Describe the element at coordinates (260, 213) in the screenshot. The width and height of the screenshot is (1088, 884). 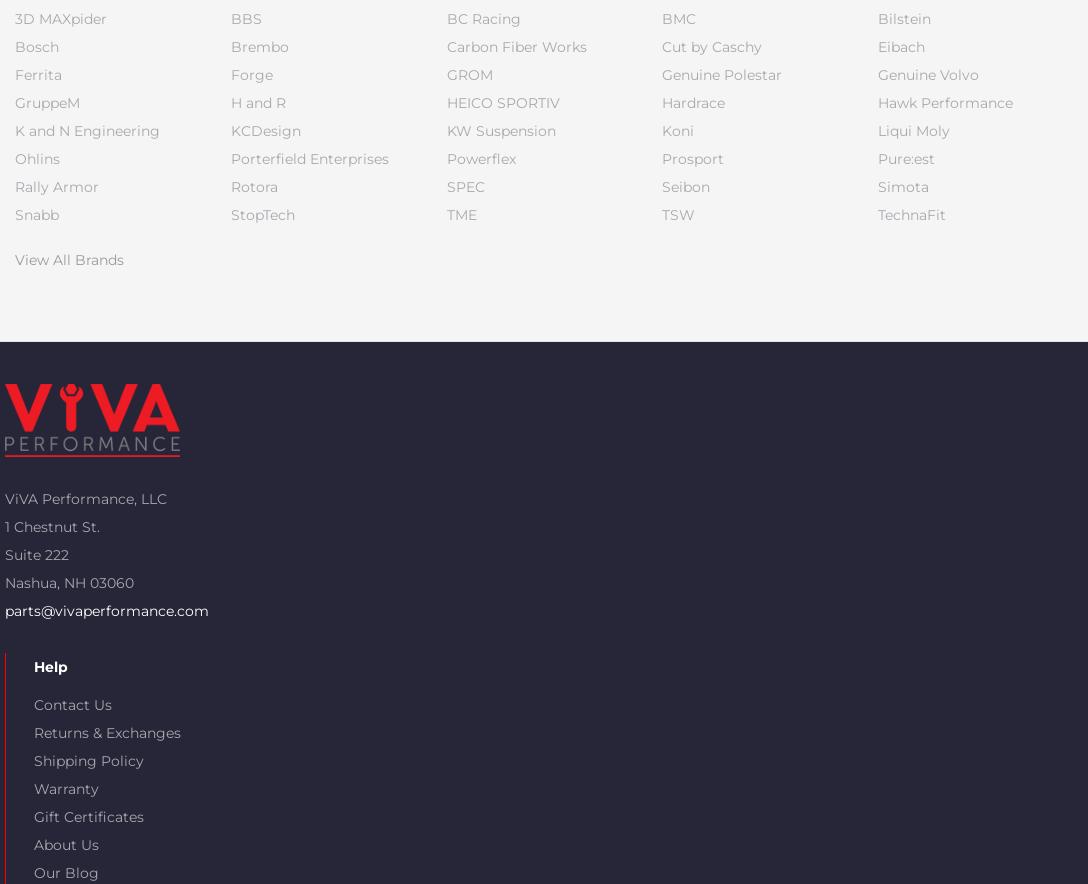
I see `'StopTech'` at that location.